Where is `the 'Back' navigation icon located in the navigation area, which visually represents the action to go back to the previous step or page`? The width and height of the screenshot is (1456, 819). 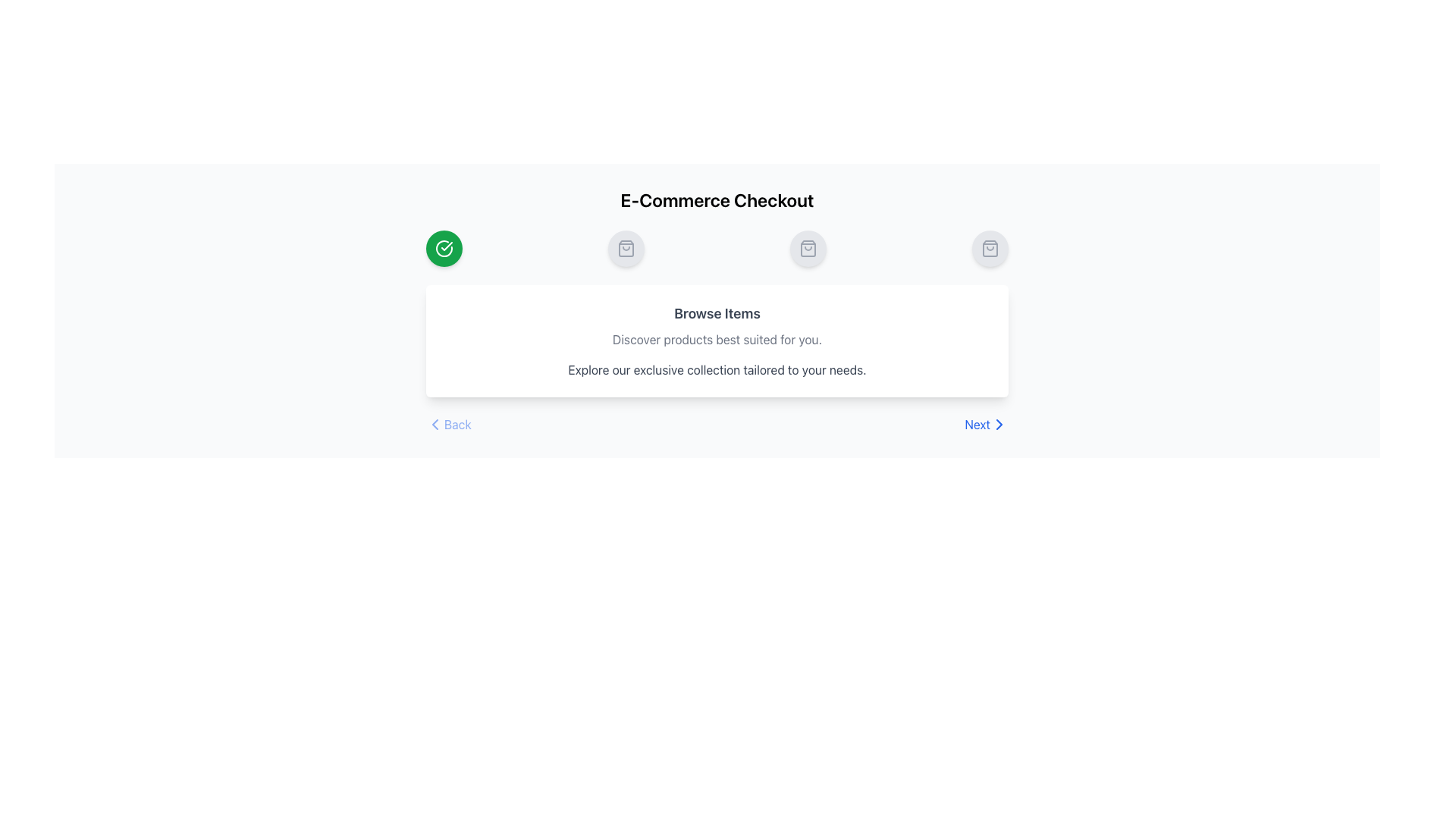 the 'Back' navigation icon located in the navigation area, which visually represents the action to go back to the previous step or page is located at coordinates (435, 424).